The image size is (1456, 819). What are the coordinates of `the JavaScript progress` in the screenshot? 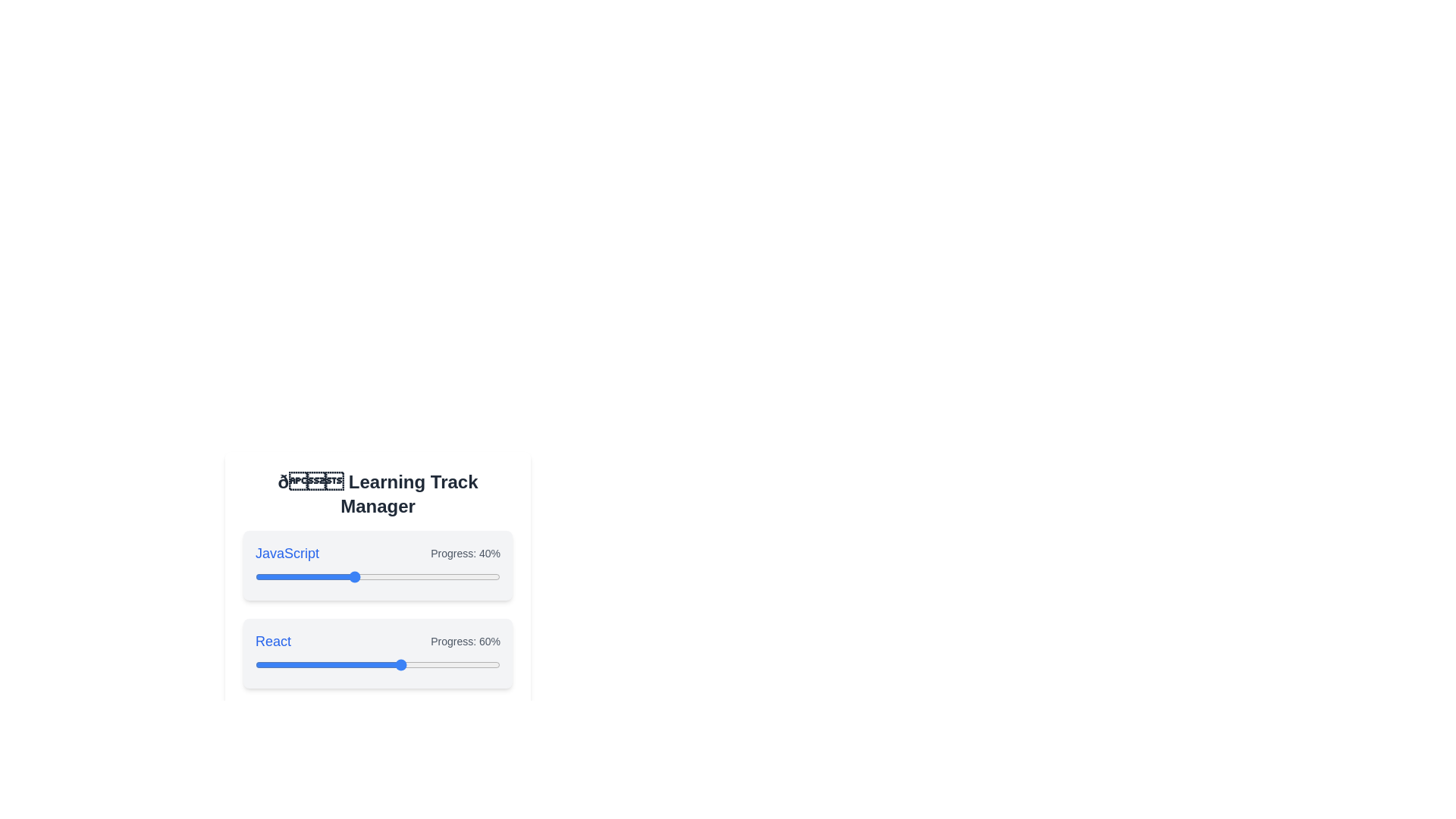 It's located at (402, 576).